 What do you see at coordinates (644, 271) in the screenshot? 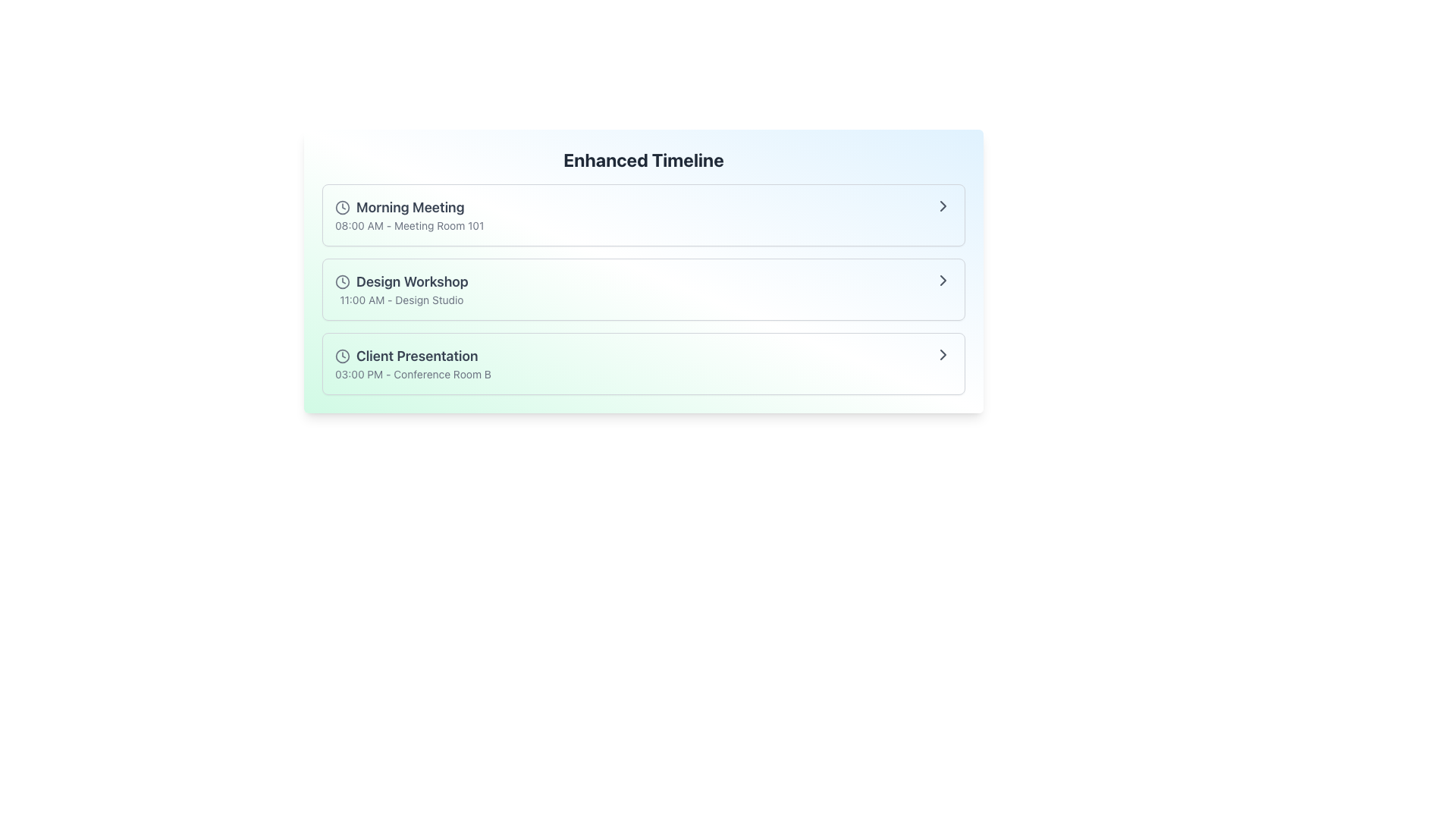
I see `the timeline entry component that contains 'Design Workshop' to interact with the event` at bounding box center [644, 271].